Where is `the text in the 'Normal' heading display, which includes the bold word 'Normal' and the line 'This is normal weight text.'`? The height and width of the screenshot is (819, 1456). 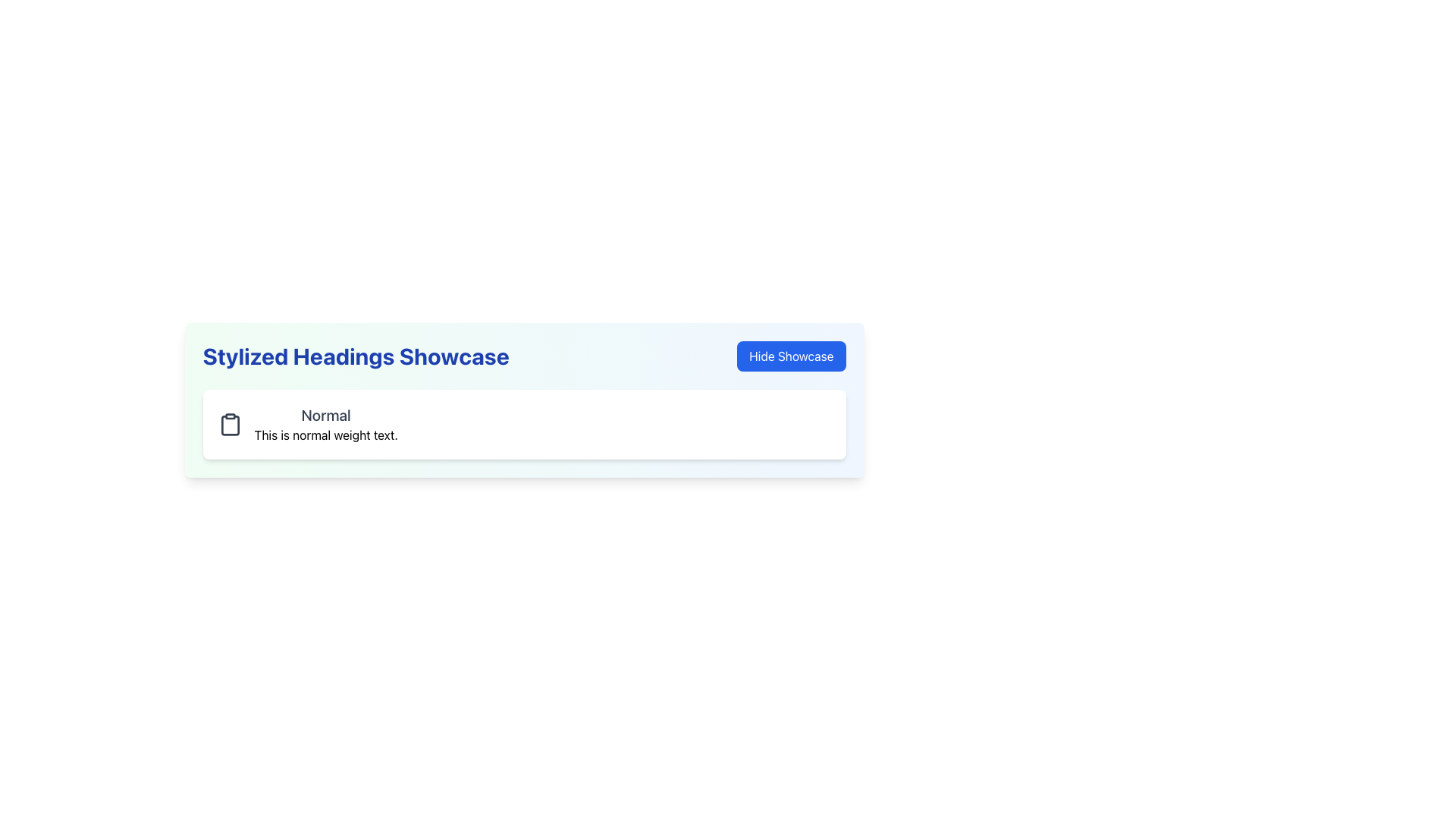 the text in the 'Normal' heading display, which includes the bold word 'Normal' and the line 'This is normal weight text.' is located at coordinates (325, 424).